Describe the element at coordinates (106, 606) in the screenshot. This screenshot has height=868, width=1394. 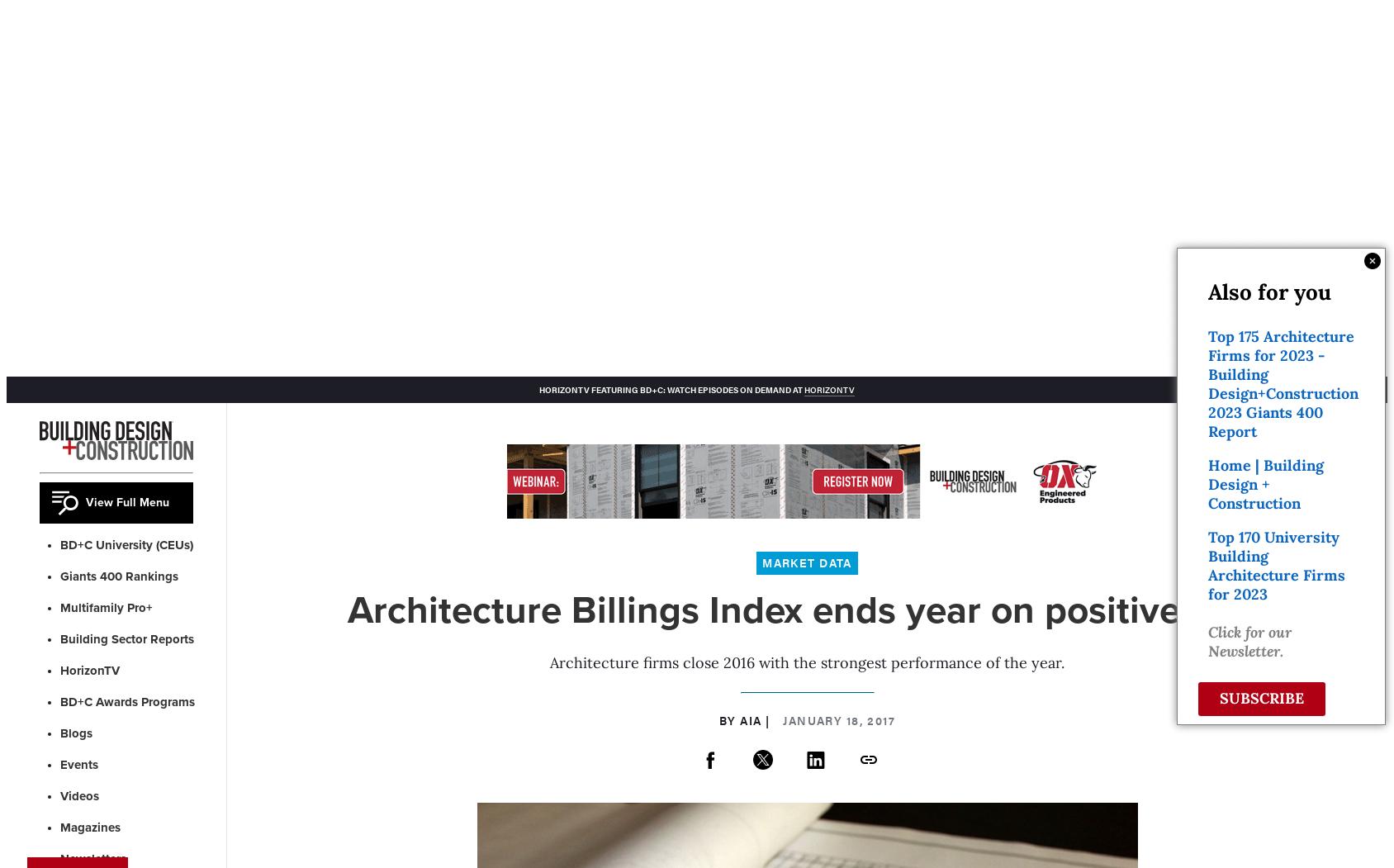
I see `'Multifamily Pro+'` at that location.